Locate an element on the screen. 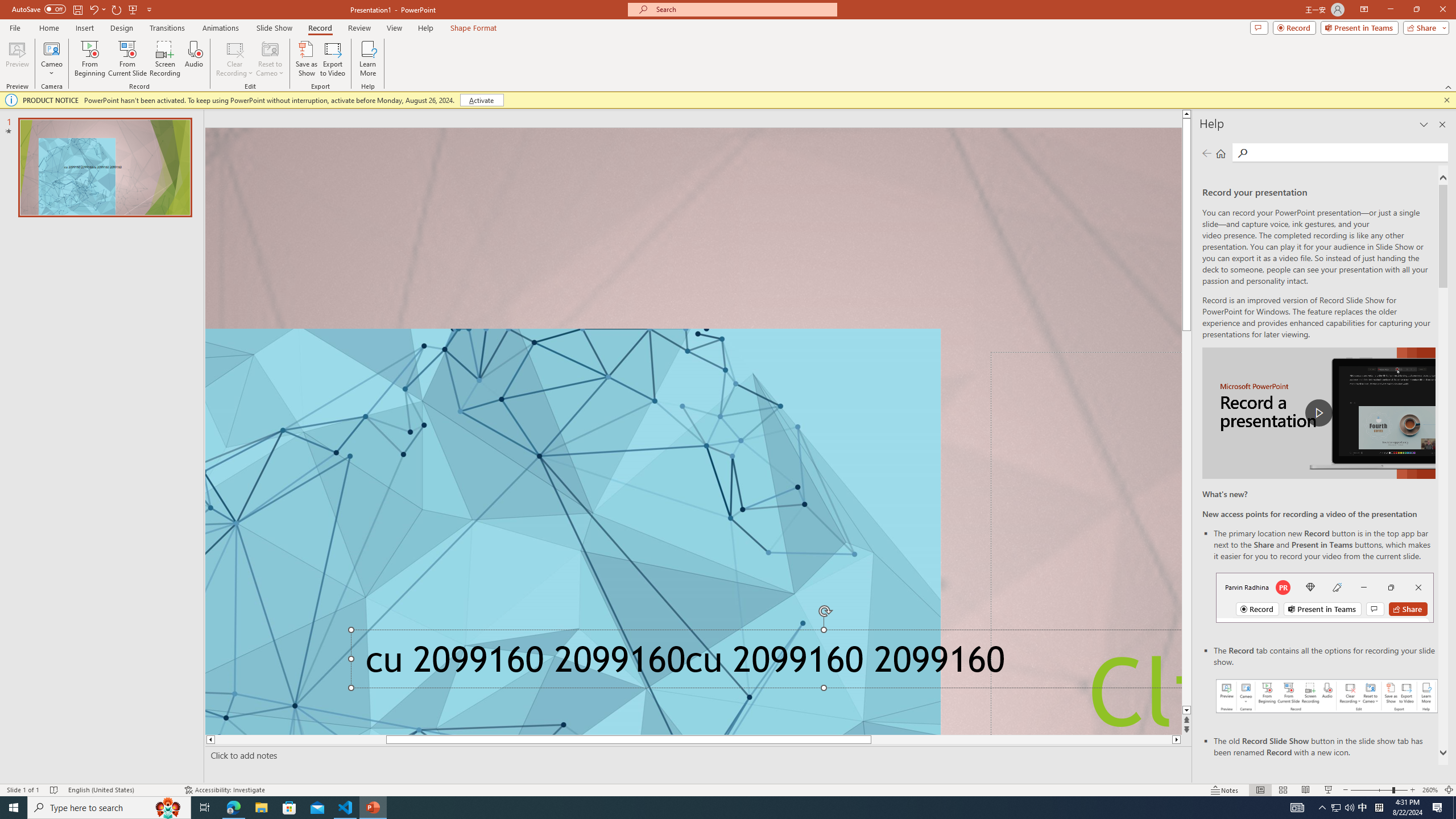 The image size is (1456, 819). 'Screen Recording' is located at coordinates (164, 59).